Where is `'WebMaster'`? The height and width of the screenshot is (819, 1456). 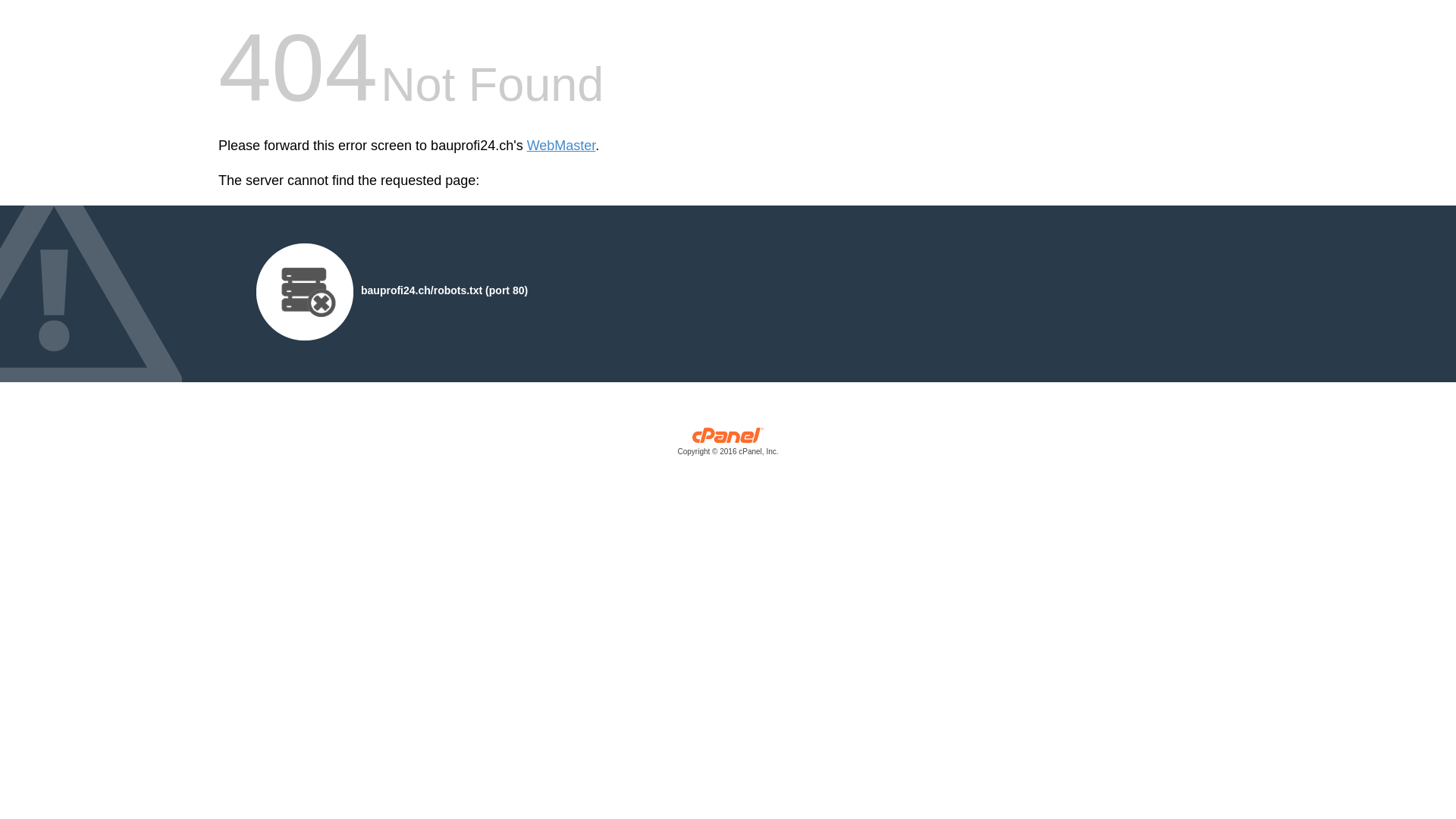
'WebMaster' is located at coordinates (527, 146).